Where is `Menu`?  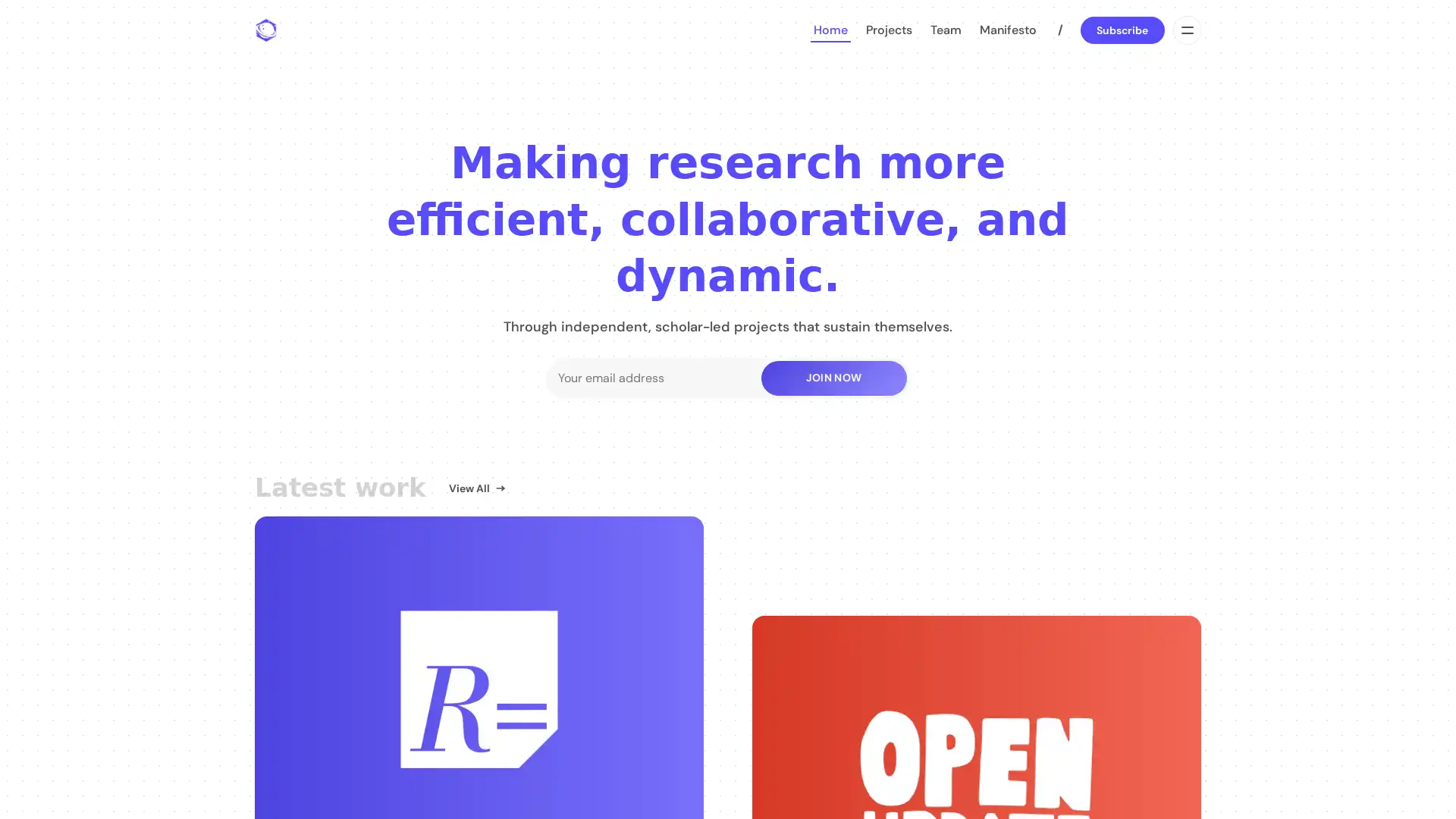
Menu is located at coordinates (1185, 30).